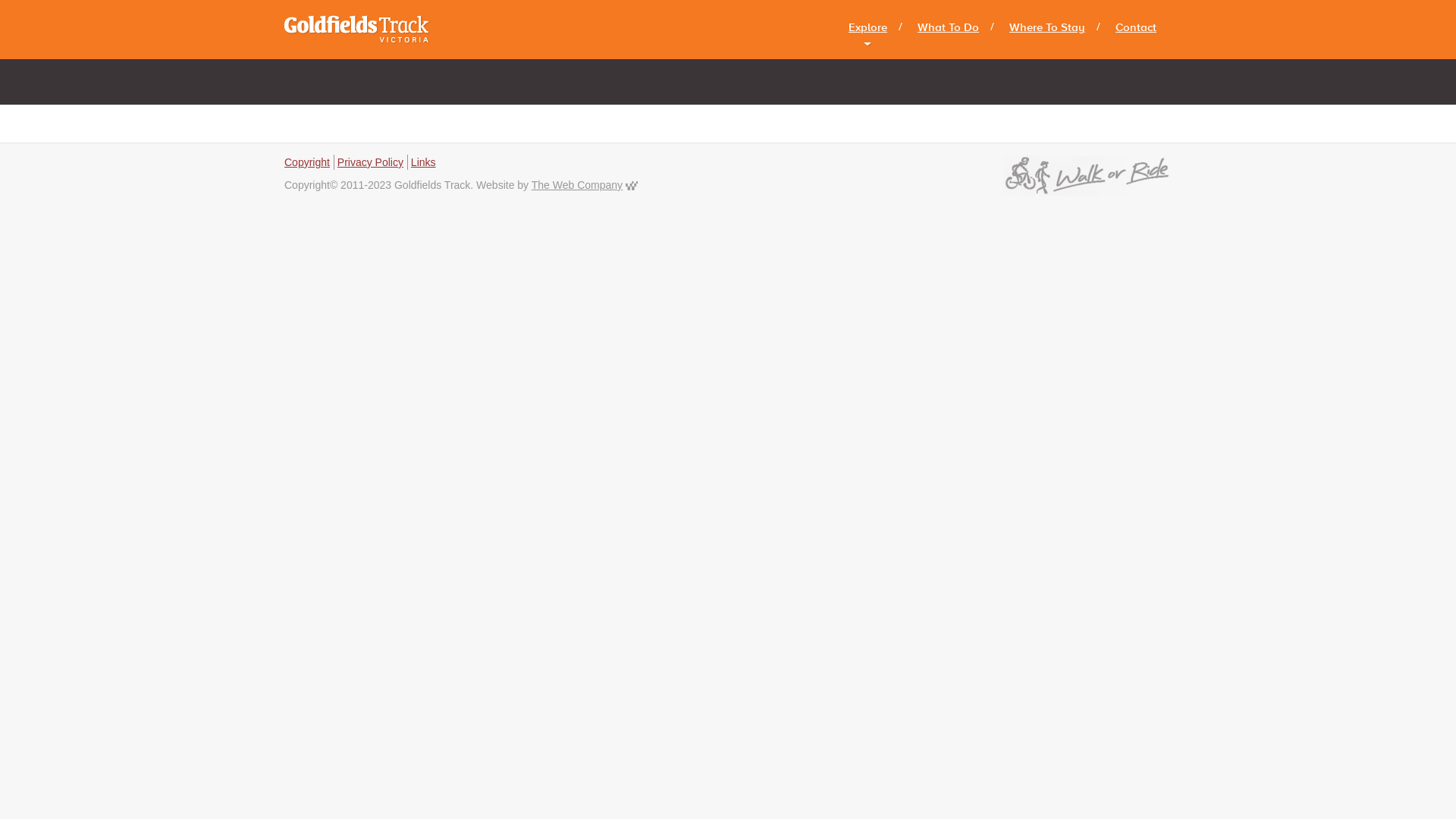  I want to click on 'Goldfields Track', so click(356, 29).